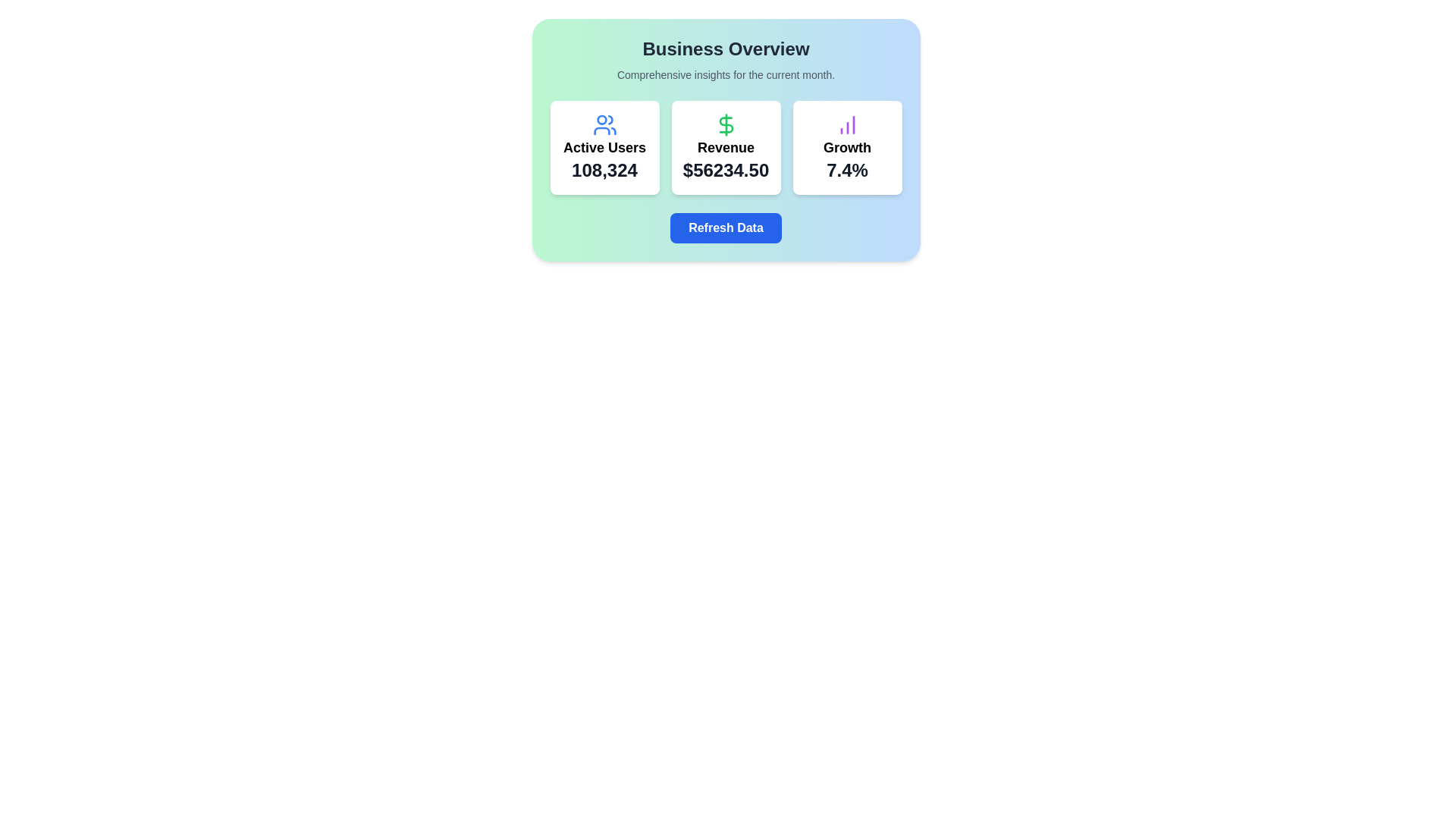 Image resolution: width=1456 pixels, height=819 pixels. Describe the element at coordinates (601, 119) in the screenshot. I see `the small circular vector graphic element located in the top left segment of the statistics dashboard` at that location.